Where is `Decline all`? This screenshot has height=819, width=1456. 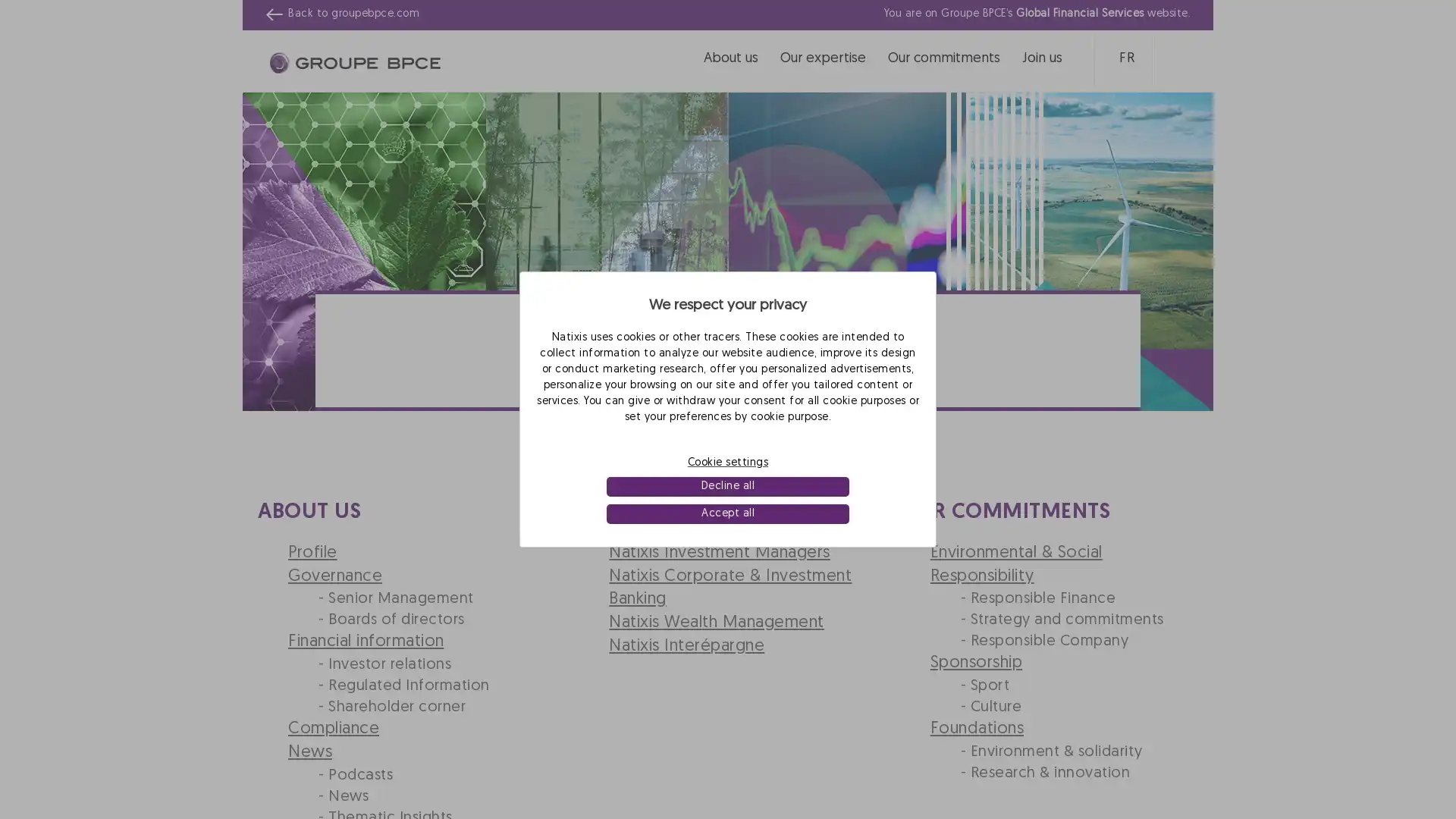
Decline all is located at coordinates (726, 486).